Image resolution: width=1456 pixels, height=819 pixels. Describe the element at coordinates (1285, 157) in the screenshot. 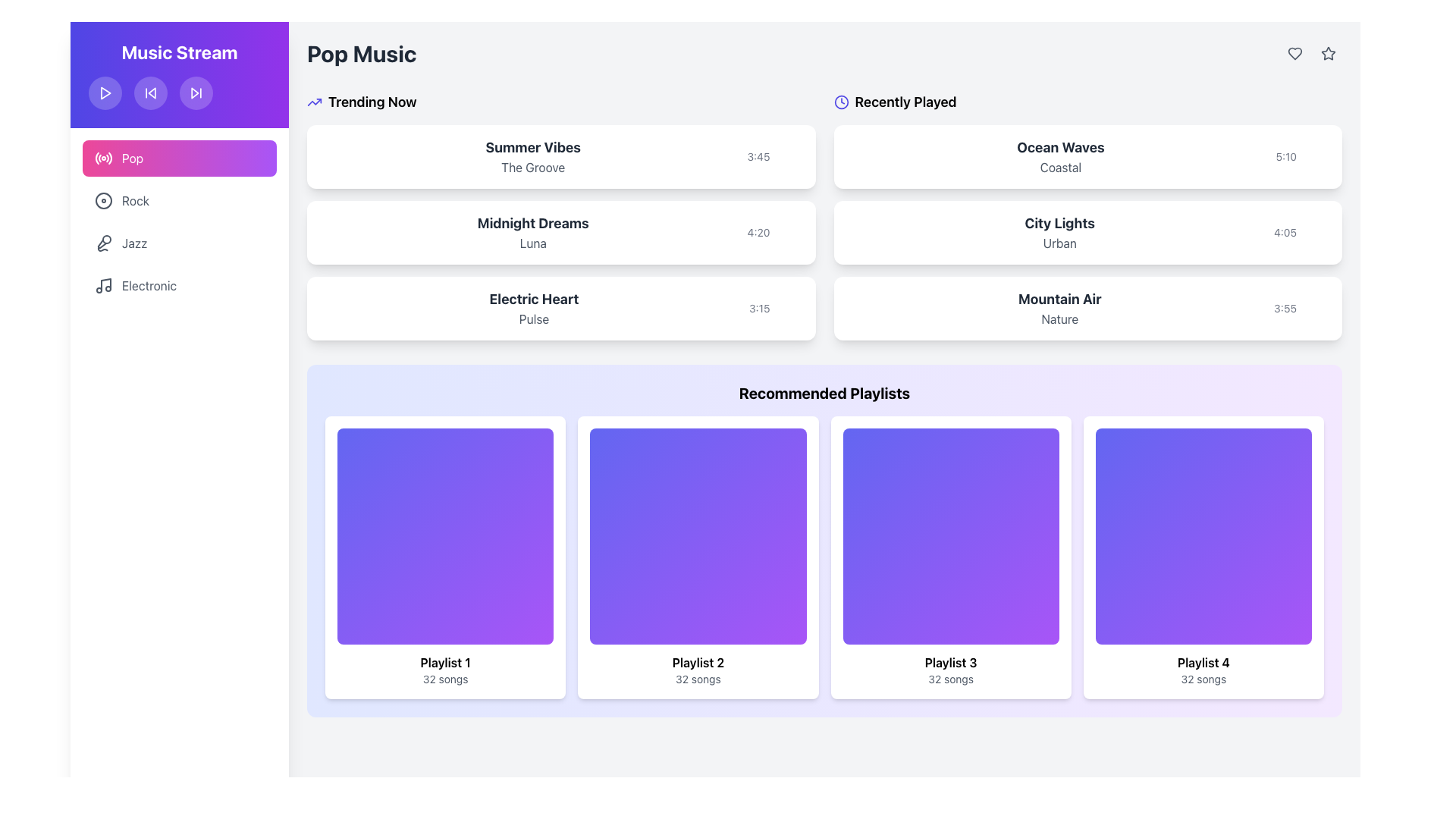

I see `the text label displaying '5:10', which is styled in gray and located to the right of the 'Ocean Waves' title in the 'Recently Played' section` at that location.